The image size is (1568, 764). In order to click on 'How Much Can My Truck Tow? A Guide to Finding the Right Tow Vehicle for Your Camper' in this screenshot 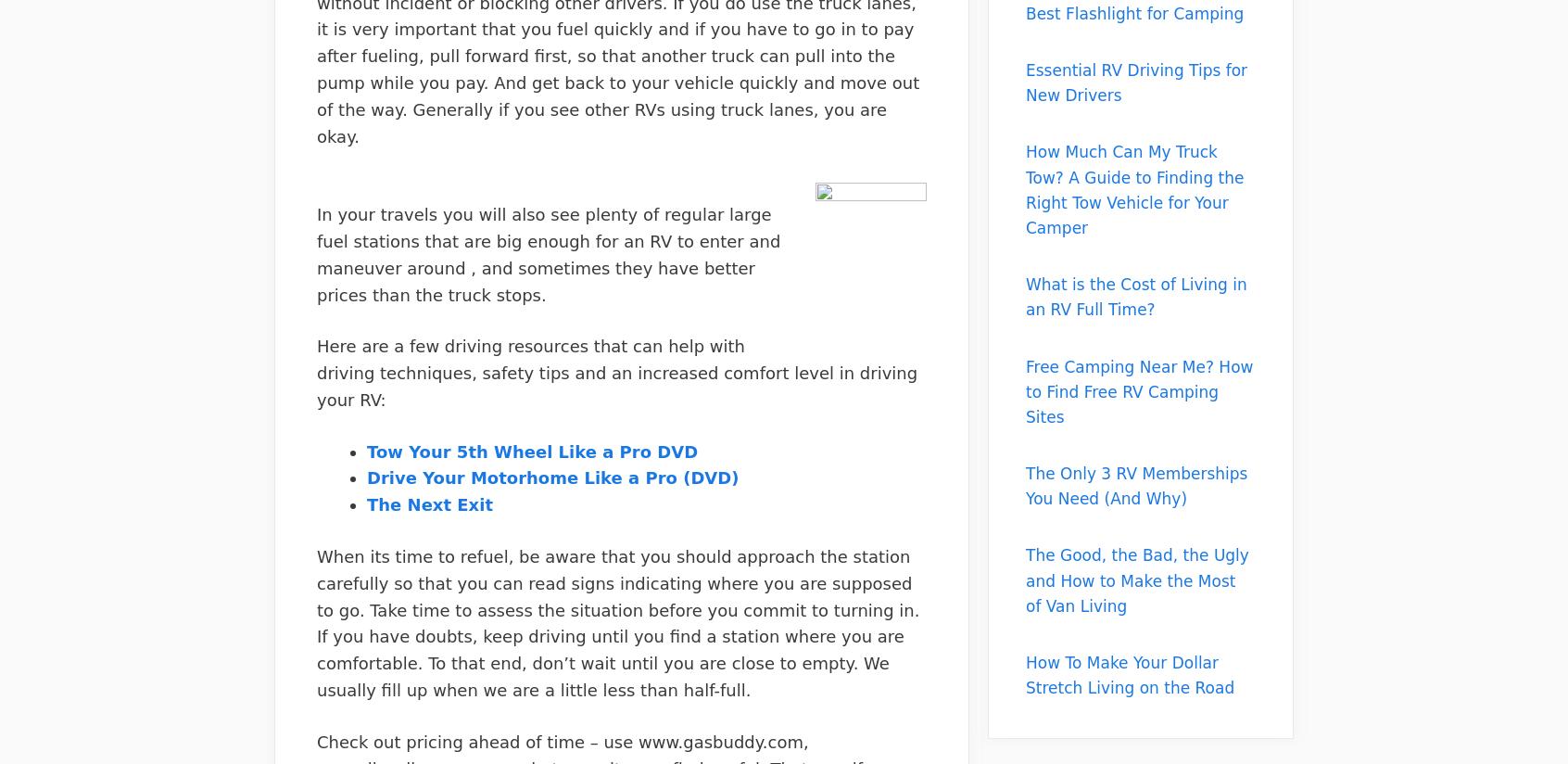, I will do `click(1026, 189)`.